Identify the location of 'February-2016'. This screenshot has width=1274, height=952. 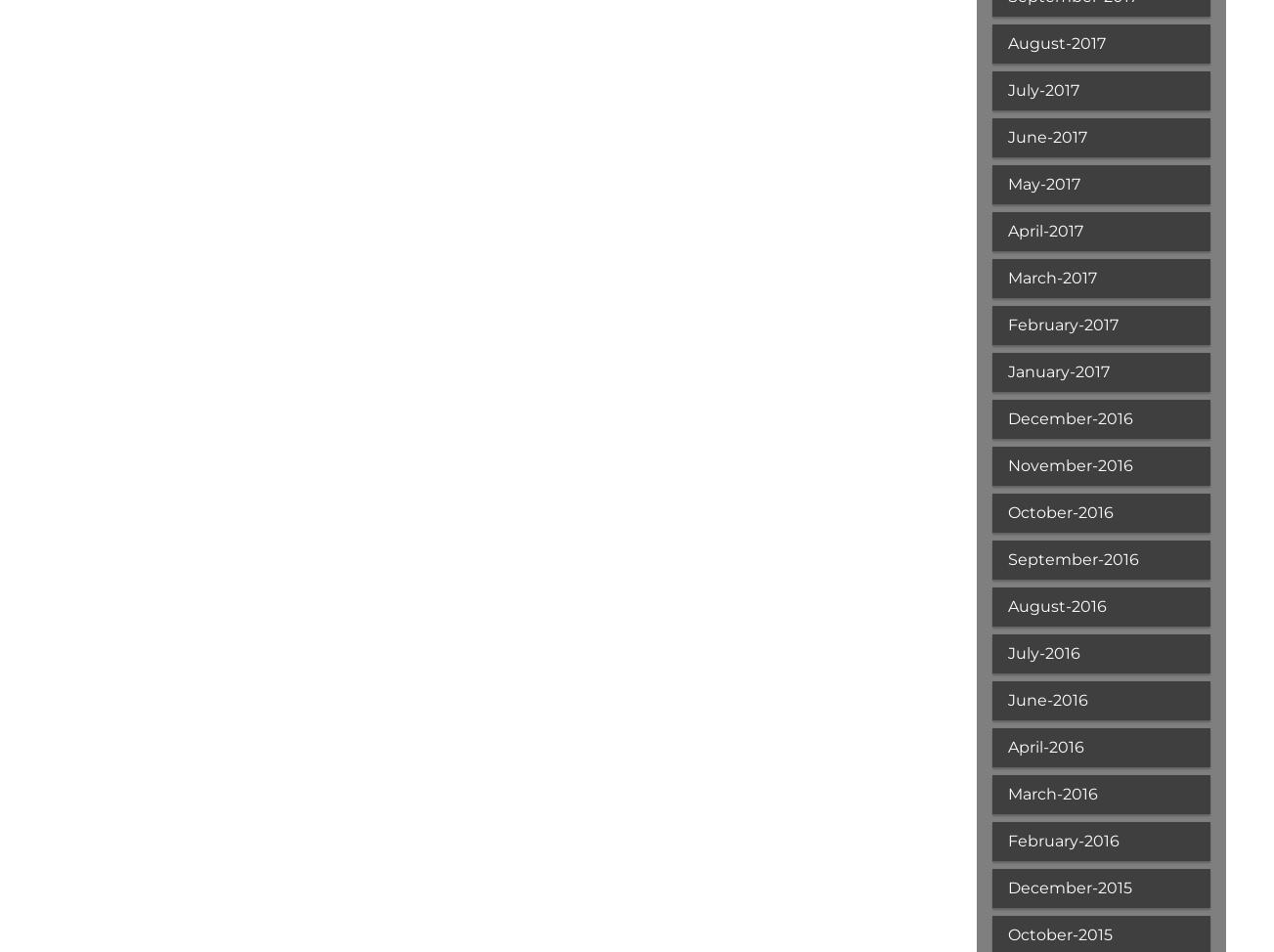
(1061, 841).